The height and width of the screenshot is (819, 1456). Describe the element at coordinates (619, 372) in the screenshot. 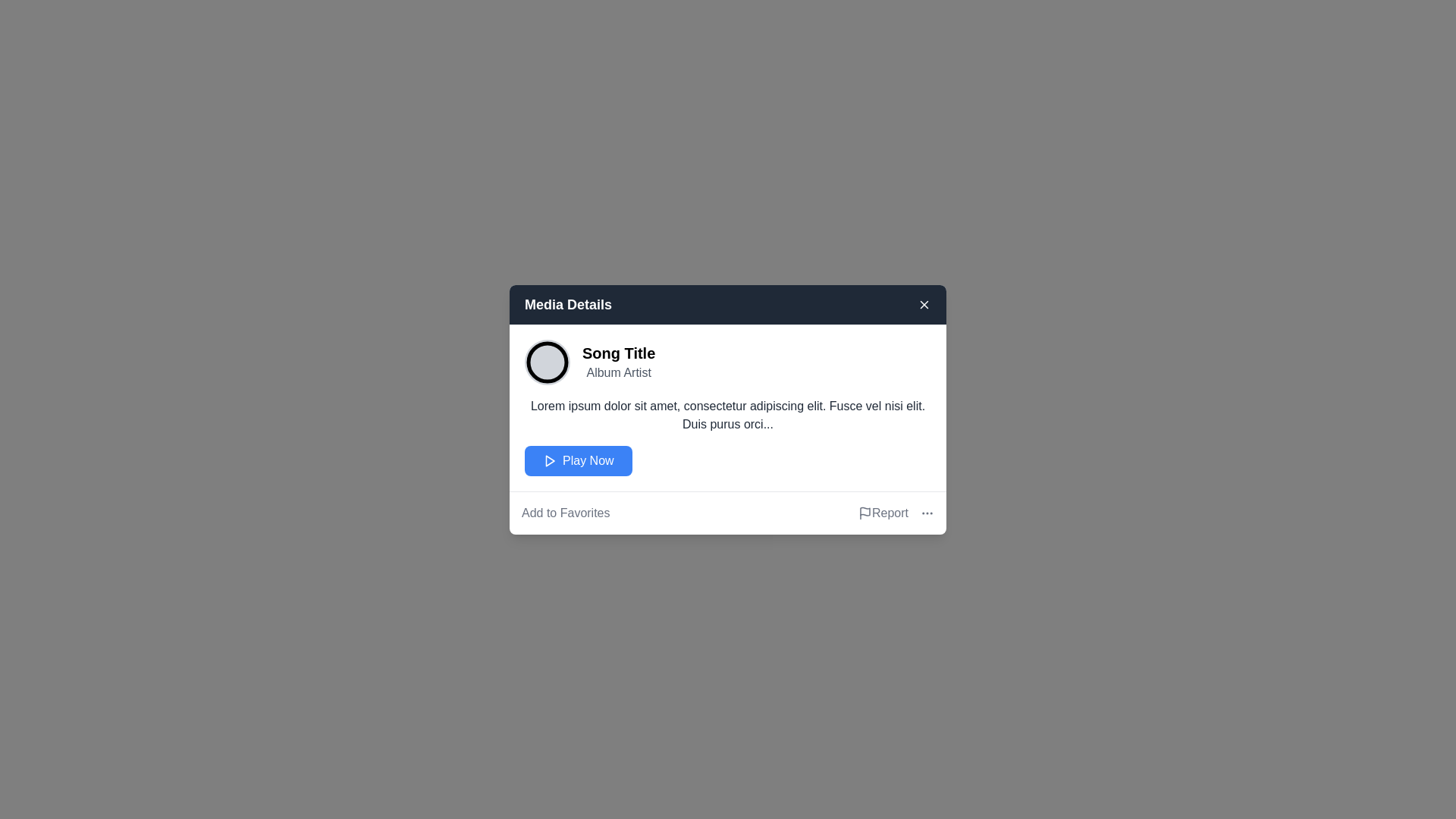

I see `the 'Album Artist' text label located under the 'Song Title' in the 'Media Details' card interface` at that location.